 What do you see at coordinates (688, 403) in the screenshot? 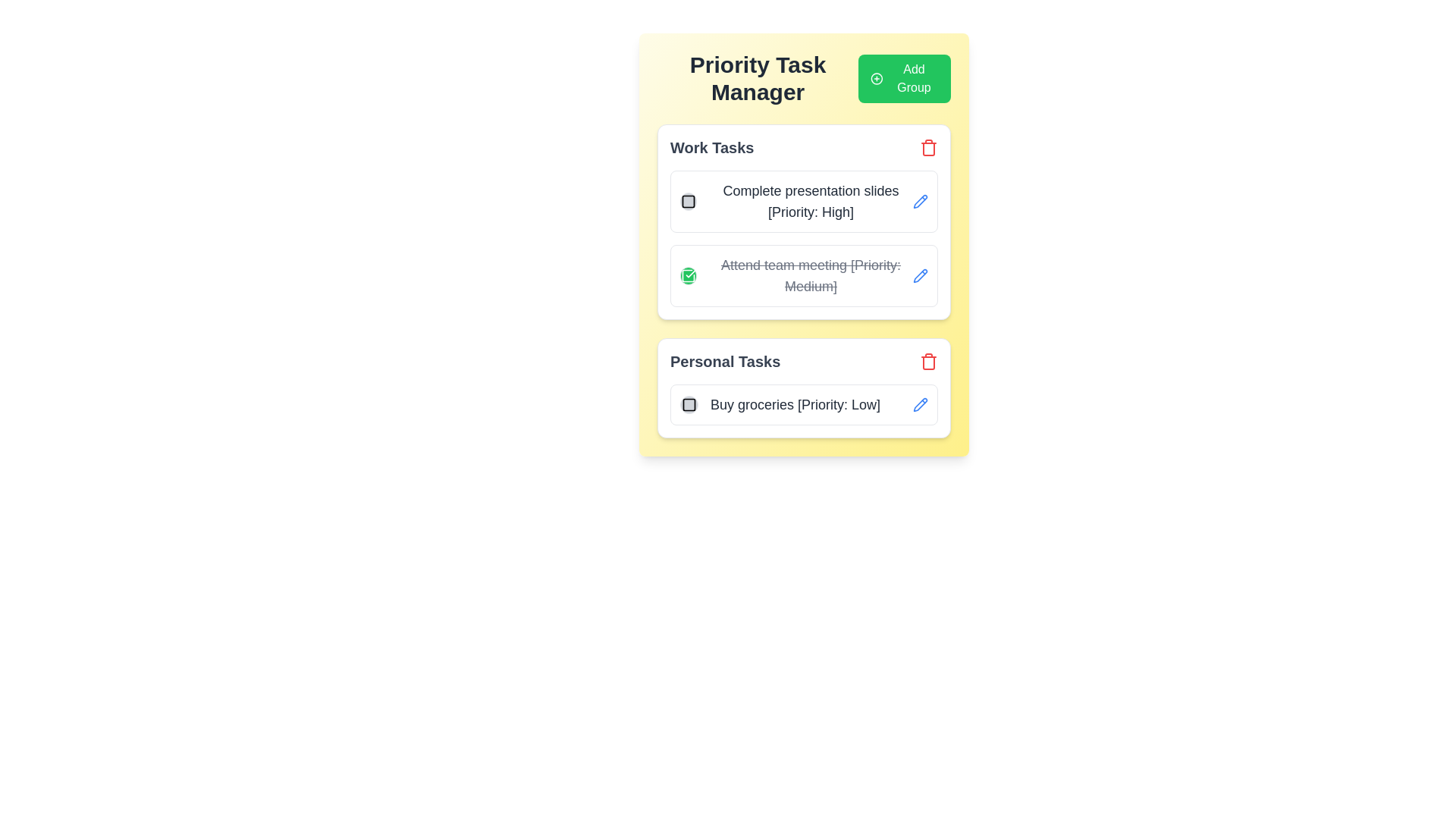
I see `the Checkbox or task state icon next to the task 'Buy groceries [Priority: Low]' in the Personal Tasks section to interact with it` at bounding box center [688, 403].